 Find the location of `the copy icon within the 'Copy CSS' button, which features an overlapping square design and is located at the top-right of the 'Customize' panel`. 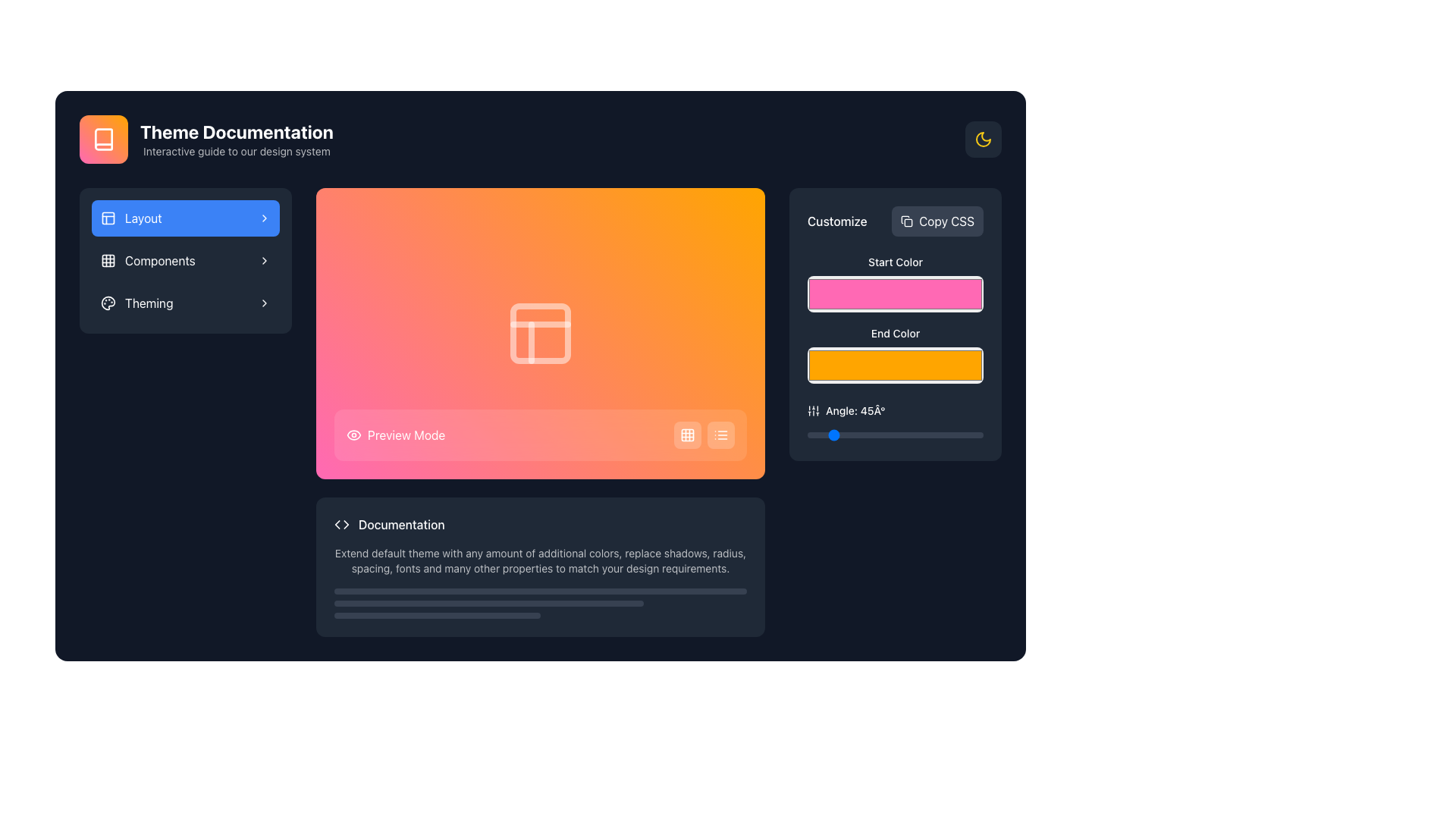

the copy icon within the 'Copy CSS' button, which features an overlapping square design and is located at the top-right of the 'Customize' panel is located at coordinates (907, 221).